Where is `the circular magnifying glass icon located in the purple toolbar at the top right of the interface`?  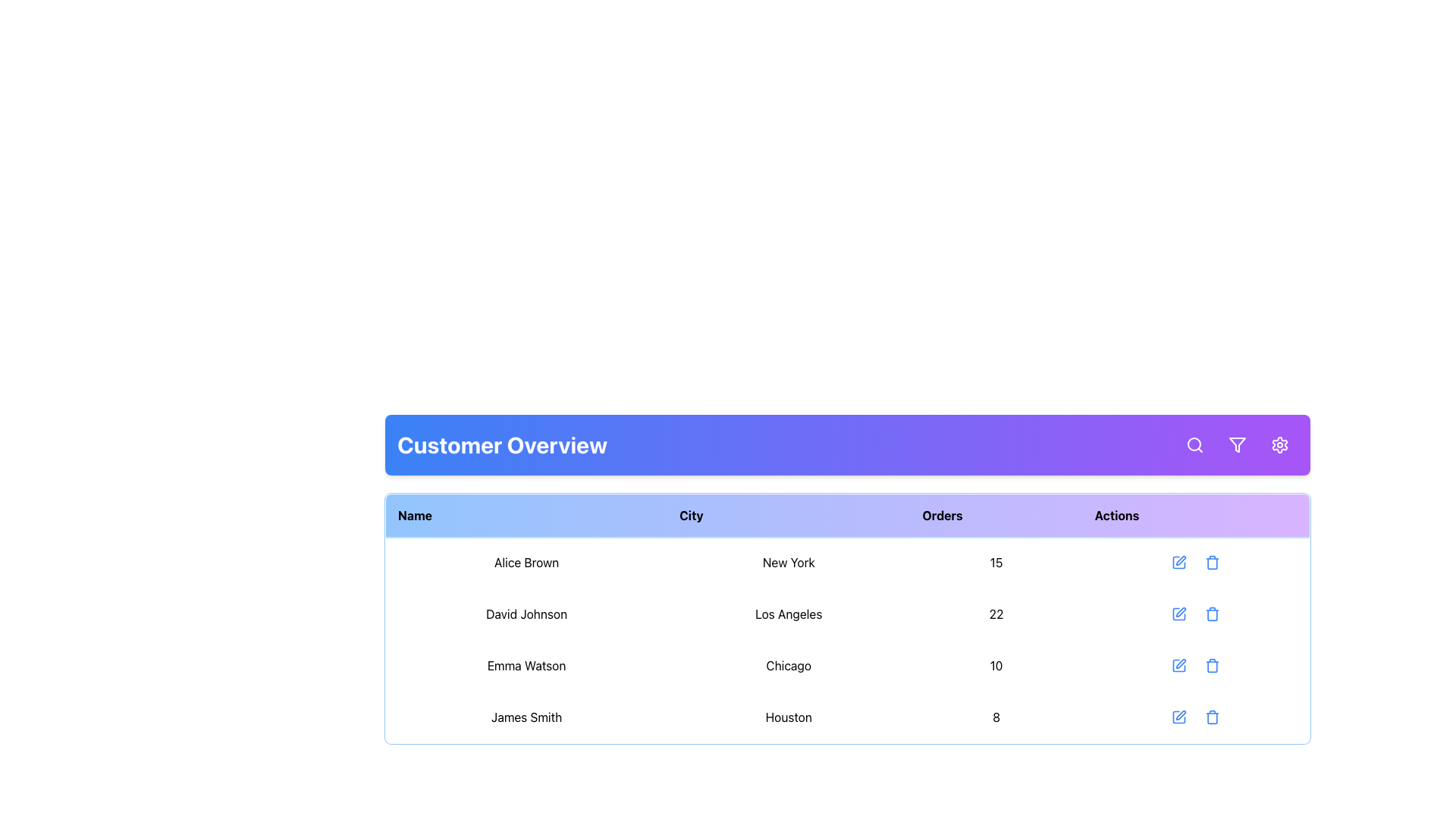
the circular magnifying glass icon located in the purple toolbar at the top right of the interface is located at coordinates (1193, 444).